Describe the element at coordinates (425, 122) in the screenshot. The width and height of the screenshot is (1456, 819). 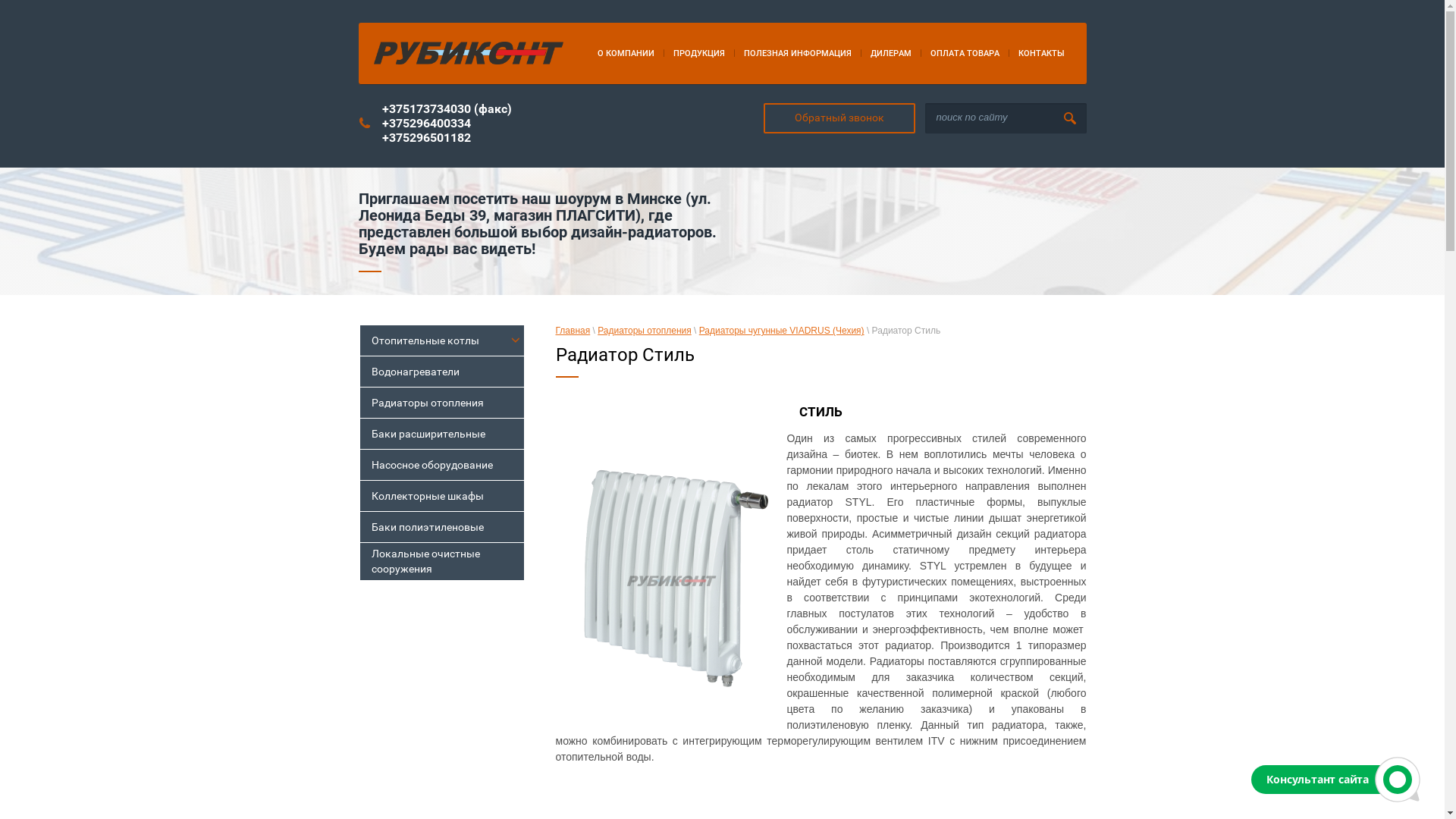
I see `'+375296400334'` at that location.